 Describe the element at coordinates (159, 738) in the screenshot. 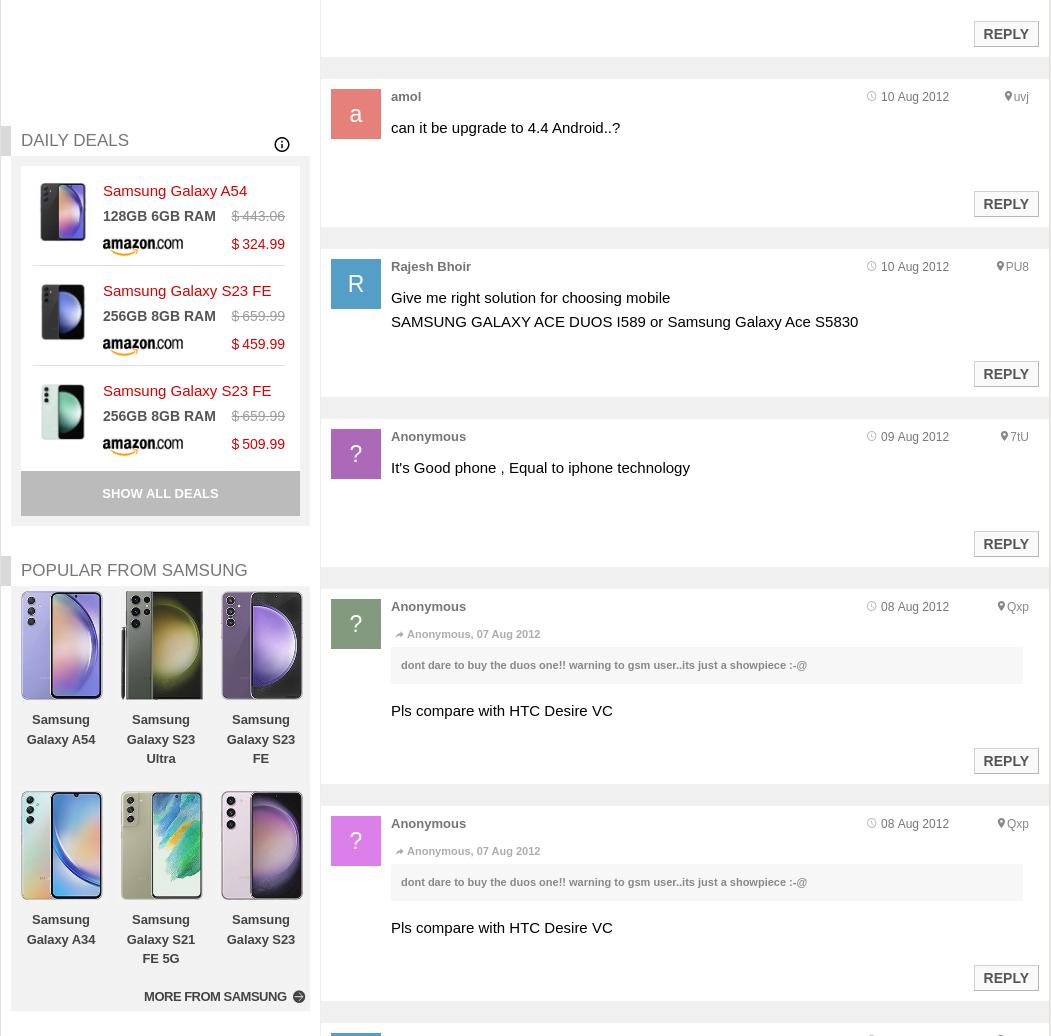

I see `'Samsung Galaxy S23 Ultra'` at that location.